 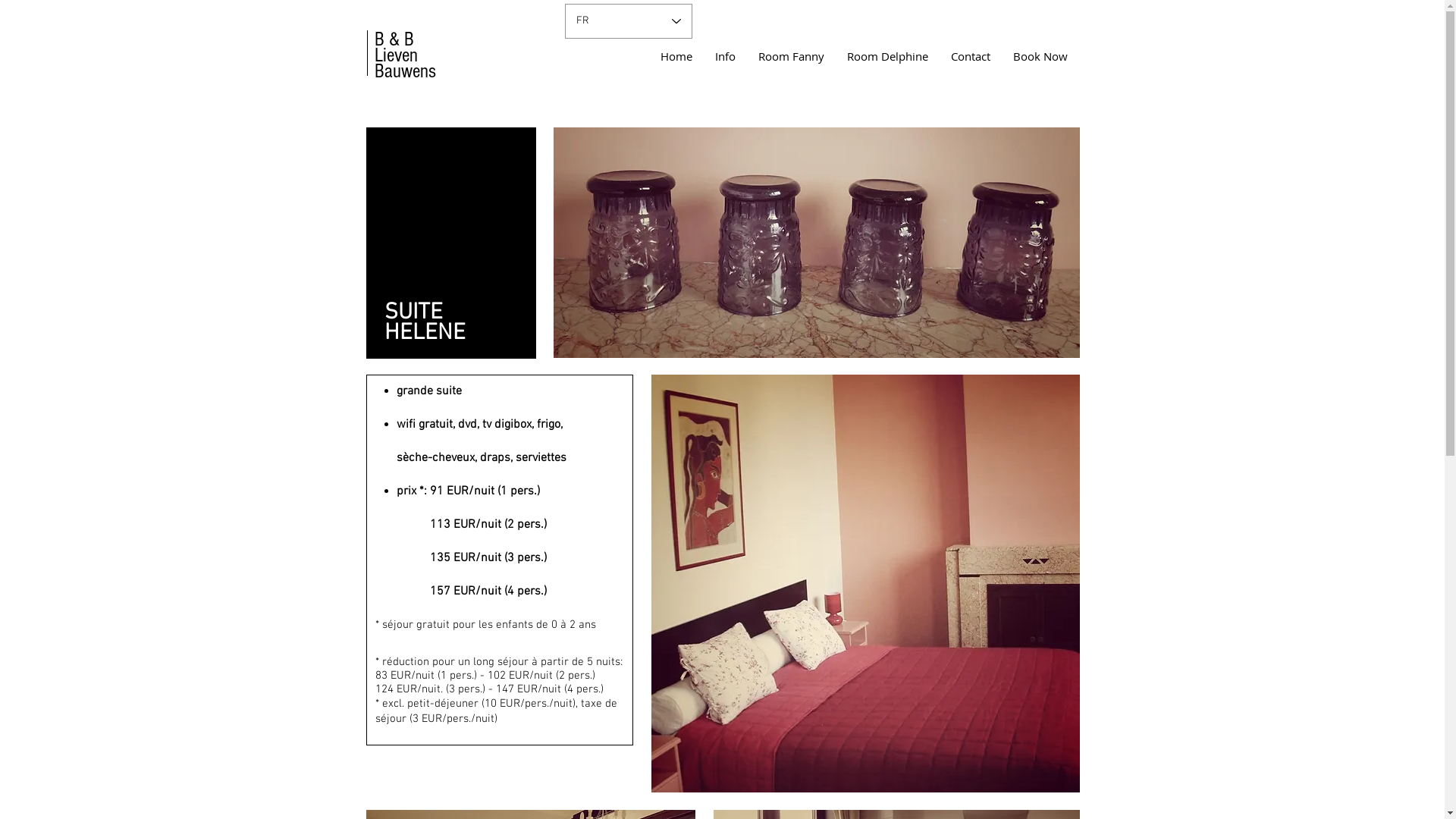 I want to click on 'Contact', so click(x=968, y=55).